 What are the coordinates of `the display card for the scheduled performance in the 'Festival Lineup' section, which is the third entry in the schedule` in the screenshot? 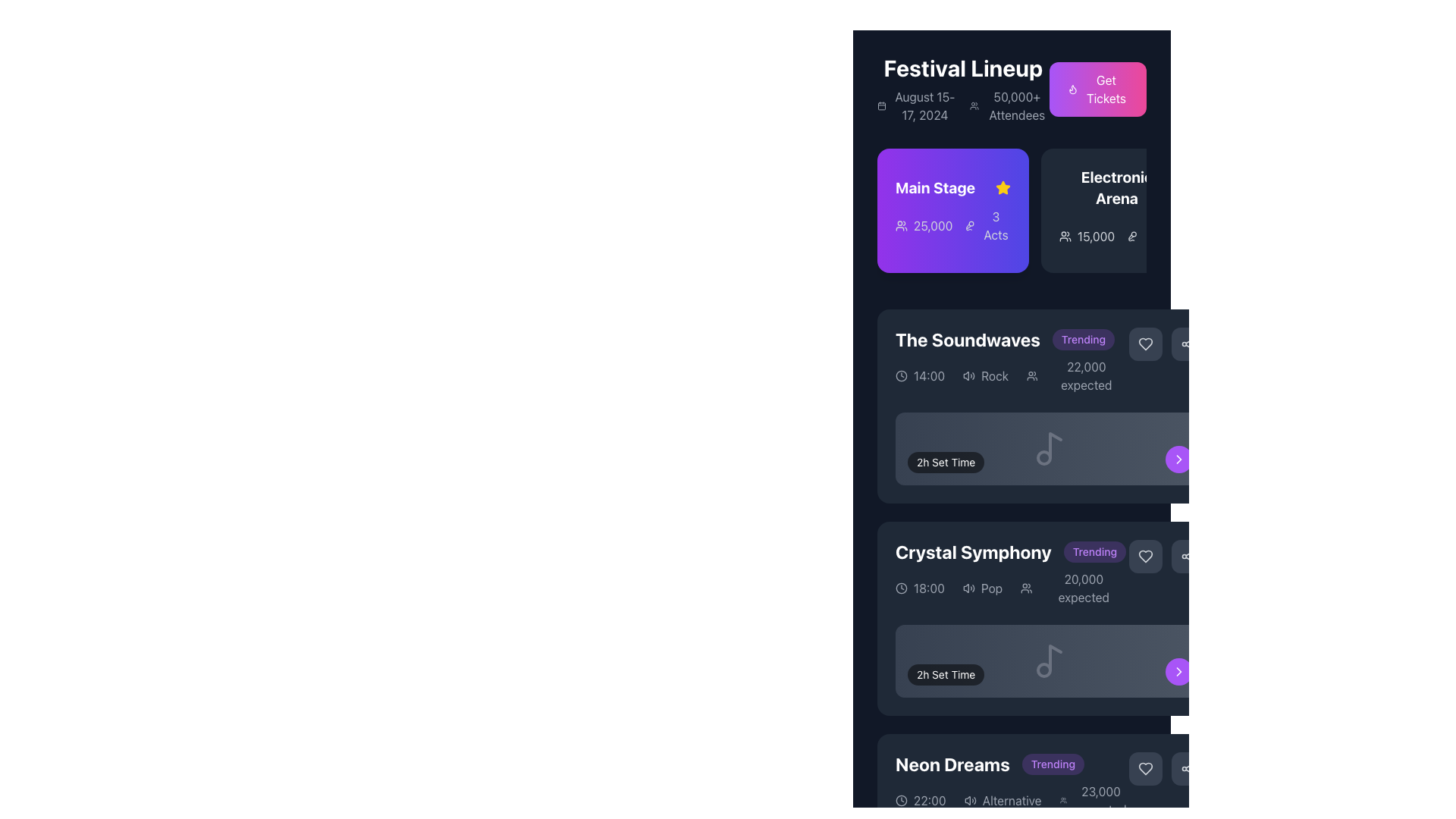 It's located at (1012, 573).